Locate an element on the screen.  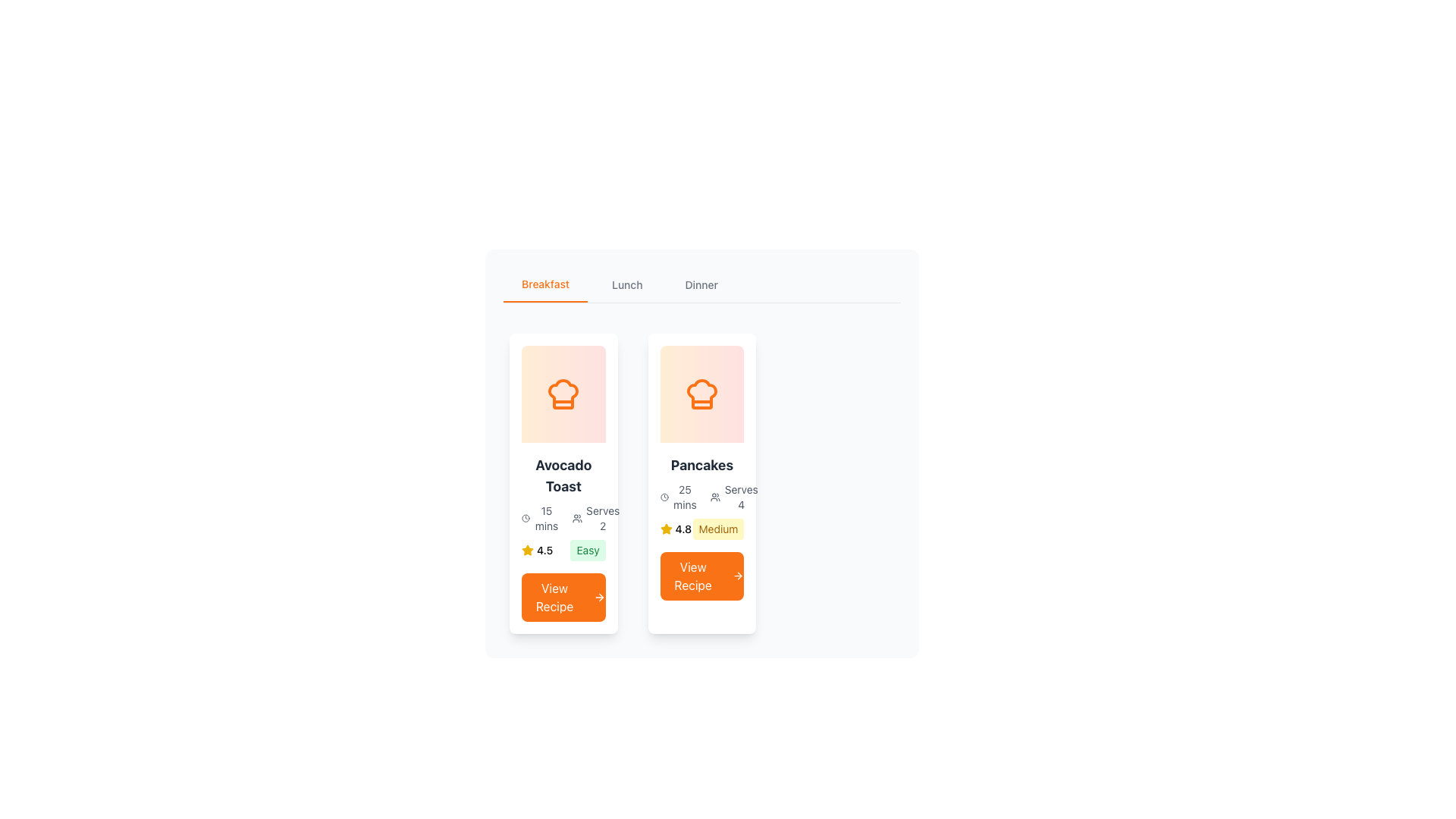
the rating display element located to the left of the 'Medium' label in the bottom section of the second card under the 'Breakfast' category is located at coordinates (675, 529).